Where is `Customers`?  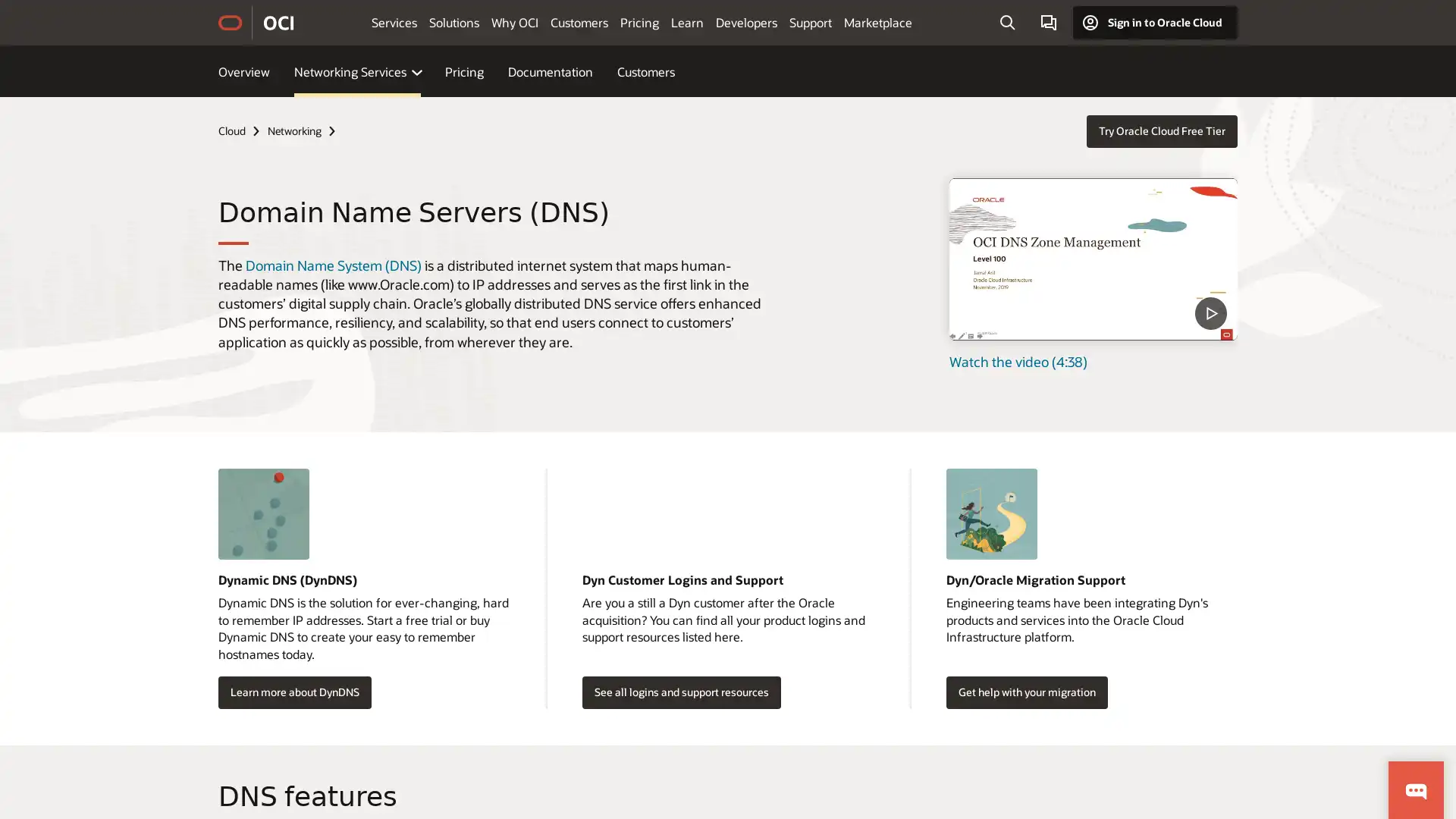
Customers is located at coordinates (578, 22).